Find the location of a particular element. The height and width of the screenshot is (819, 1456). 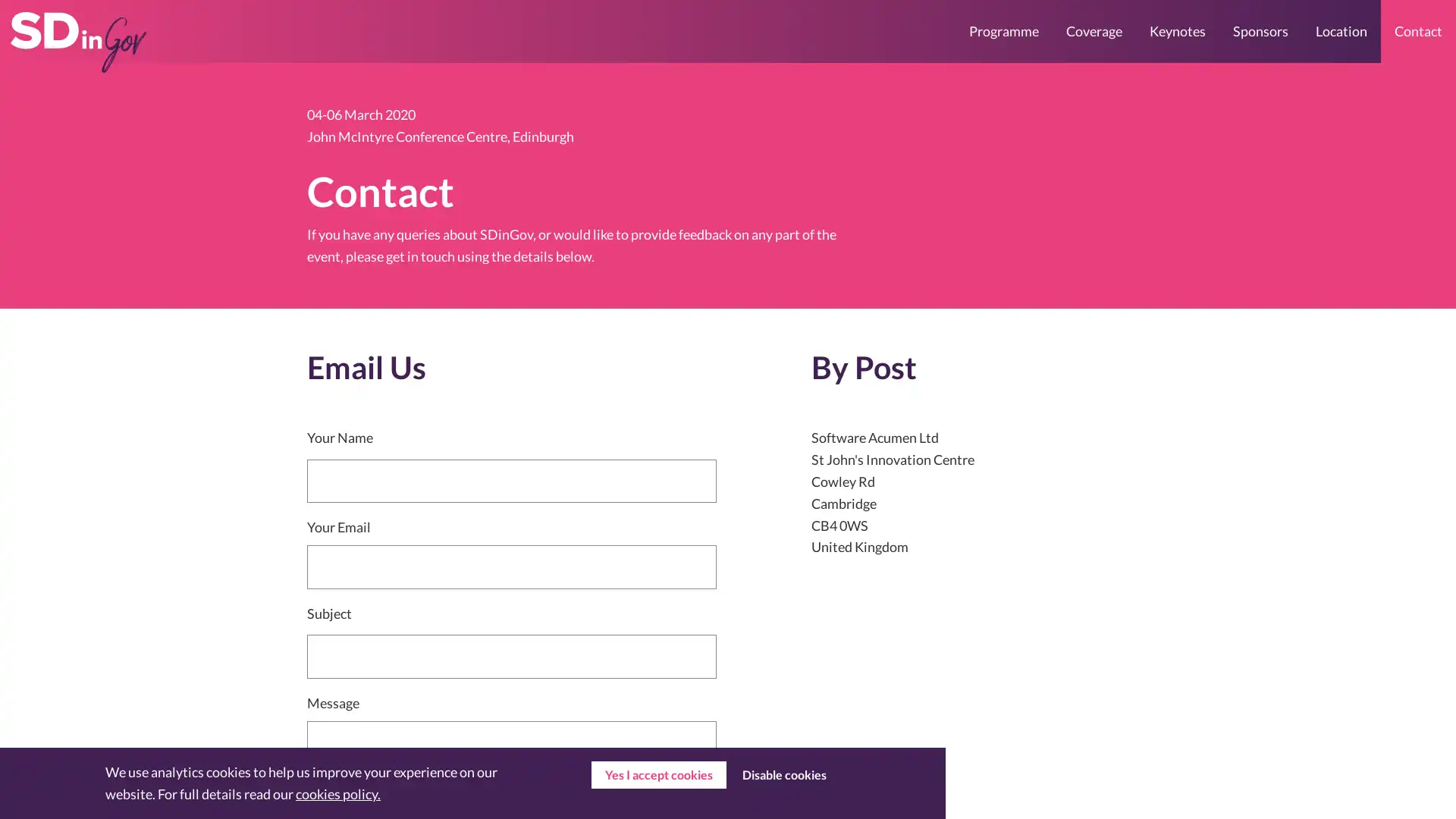

Yes I accept cookies is located at coordinates (658, 775).